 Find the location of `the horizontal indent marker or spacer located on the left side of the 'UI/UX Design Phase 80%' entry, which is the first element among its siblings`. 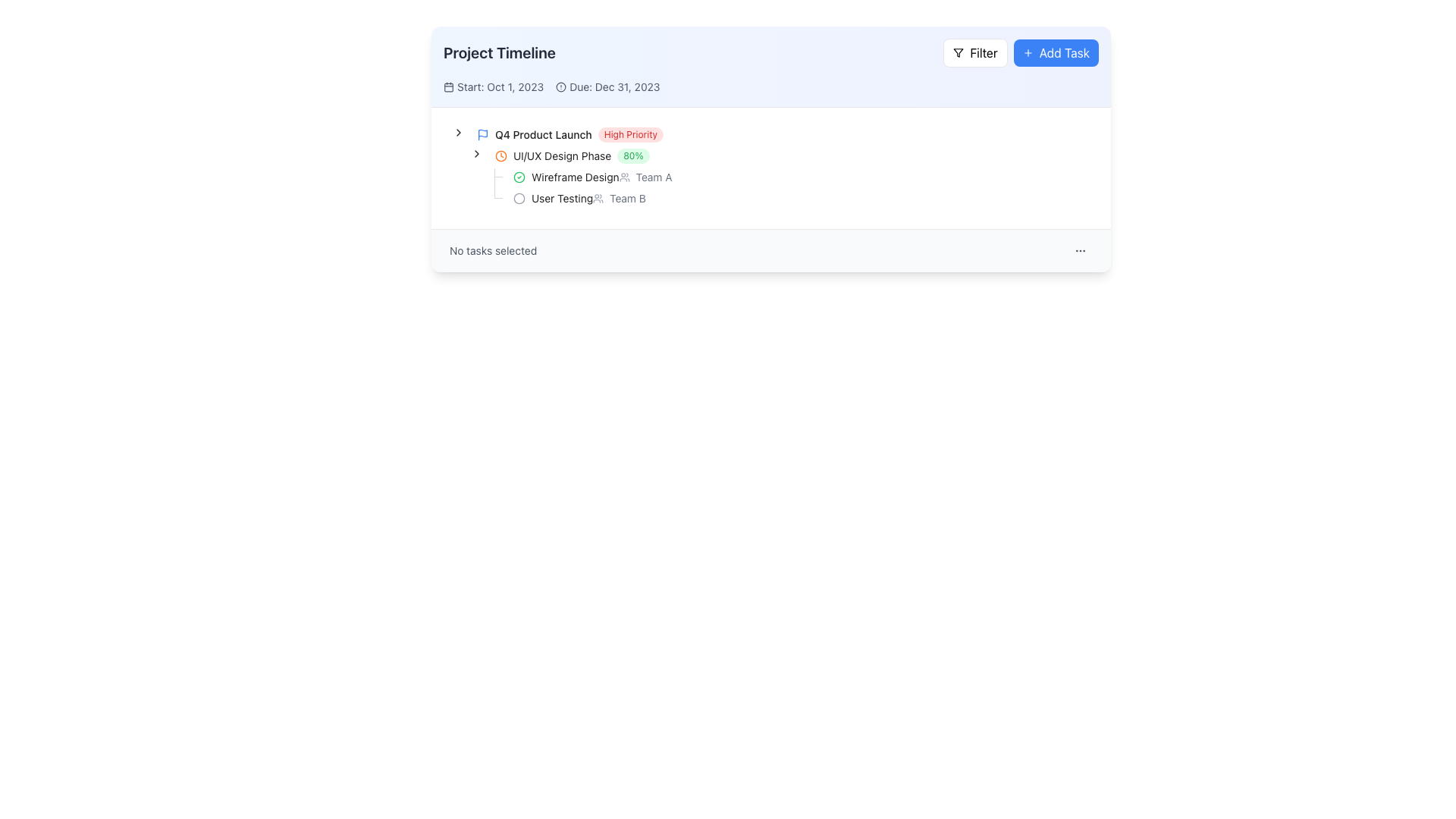

the horizontal indent marker or spacer located on the left side of the 'UI/UX Design Phase 80%' entry, which is the first element among its siblings is located at coordinates (457, 155).